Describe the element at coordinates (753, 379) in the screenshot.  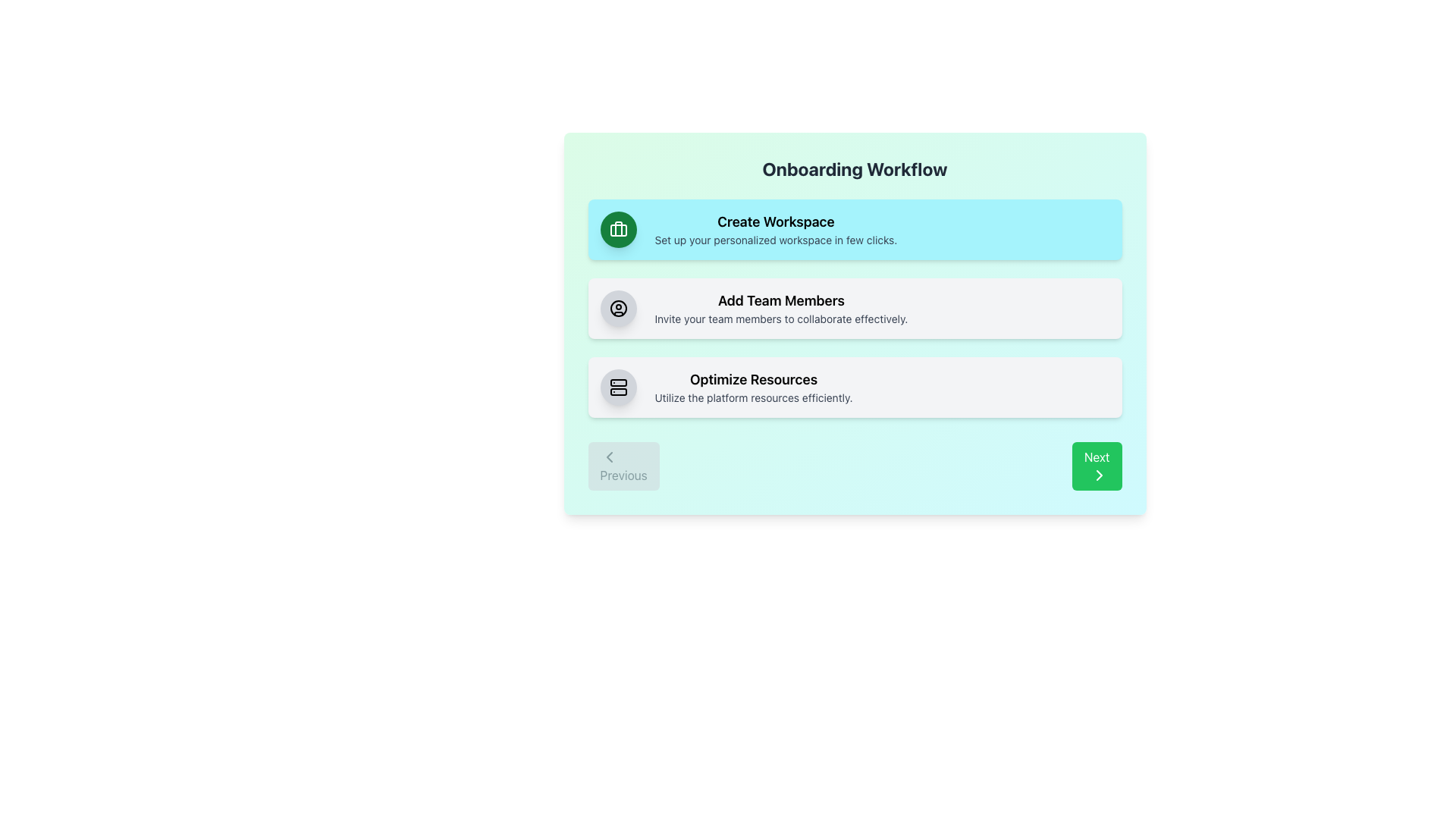
I see `the 'Optimize Resources' text label, which serves as a title for the onboarding steps in the 'Onboarding Workflow' section` at that location.